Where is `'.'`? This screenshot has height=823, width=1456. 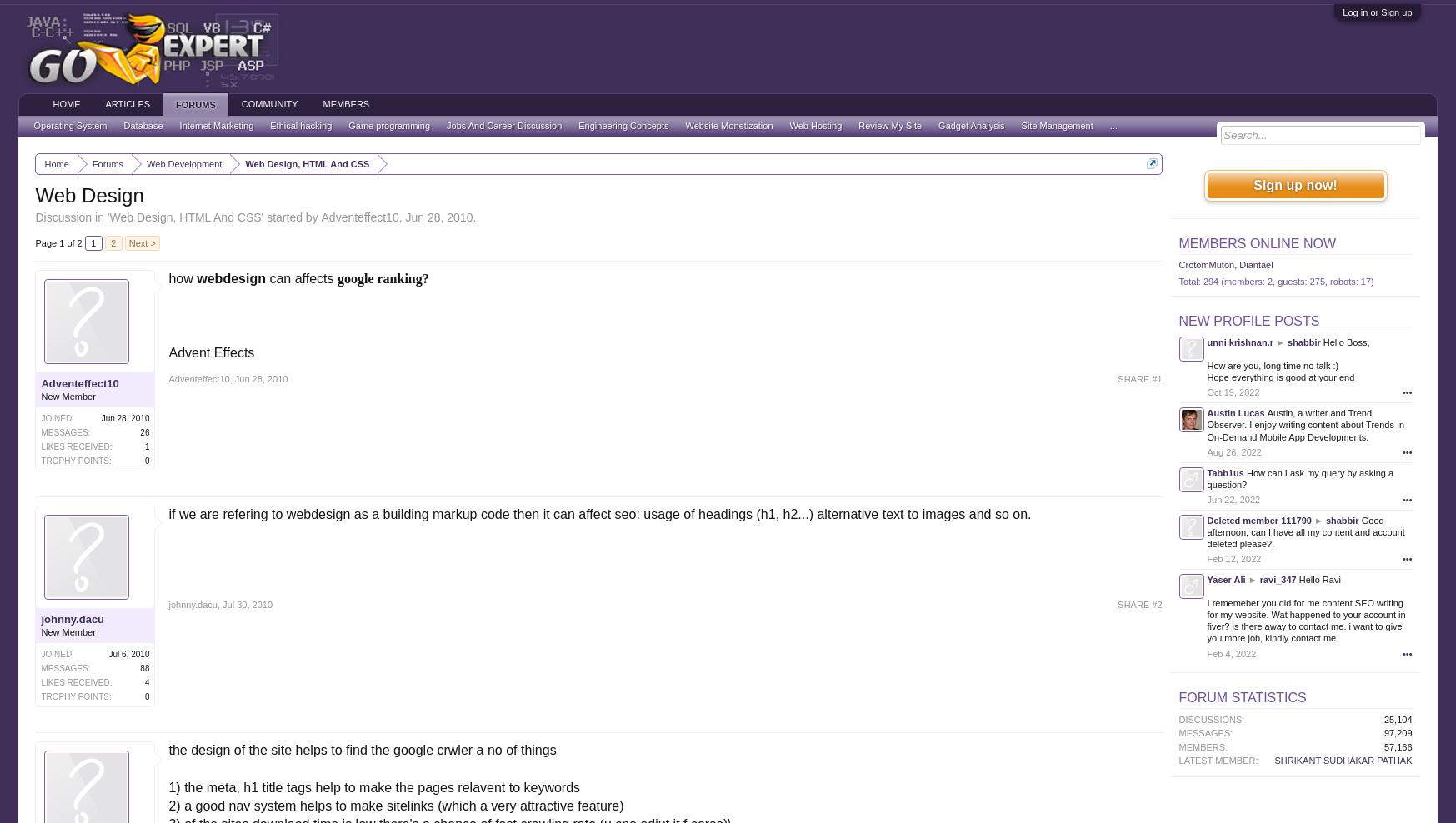 '.' is located at coordinates (473, 216).